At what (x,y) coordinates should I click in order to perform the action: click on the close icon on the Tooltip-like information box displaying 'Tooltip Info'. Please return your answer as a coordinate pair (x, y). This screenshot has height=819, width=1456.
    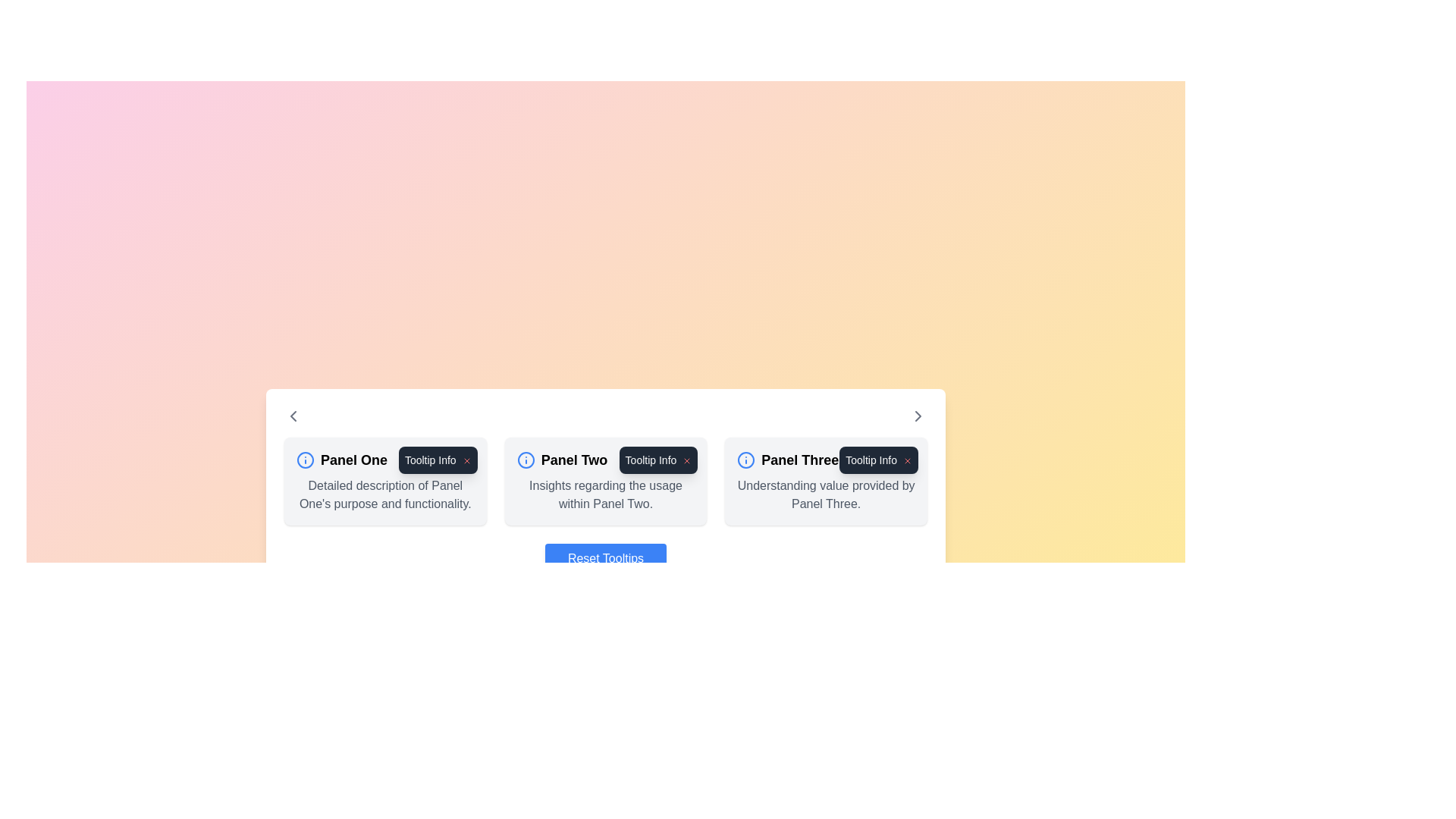
    Looking at the image, I should click on (879, 459).